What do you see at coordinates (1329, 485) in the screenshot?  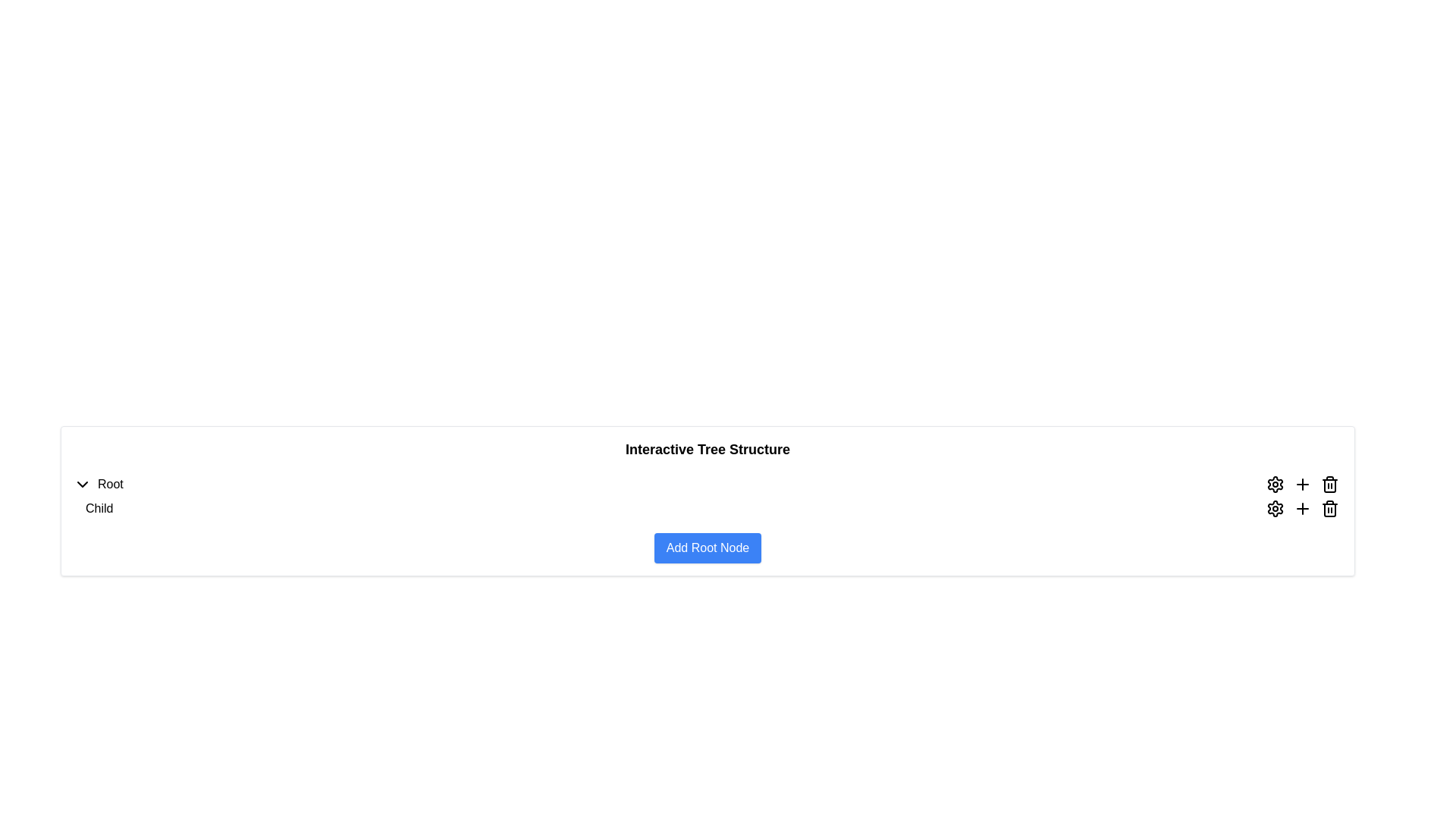 I see `the trash can icon button located at the far right of a horizontal sequence of three icons` at bounding box center [1329, 485].